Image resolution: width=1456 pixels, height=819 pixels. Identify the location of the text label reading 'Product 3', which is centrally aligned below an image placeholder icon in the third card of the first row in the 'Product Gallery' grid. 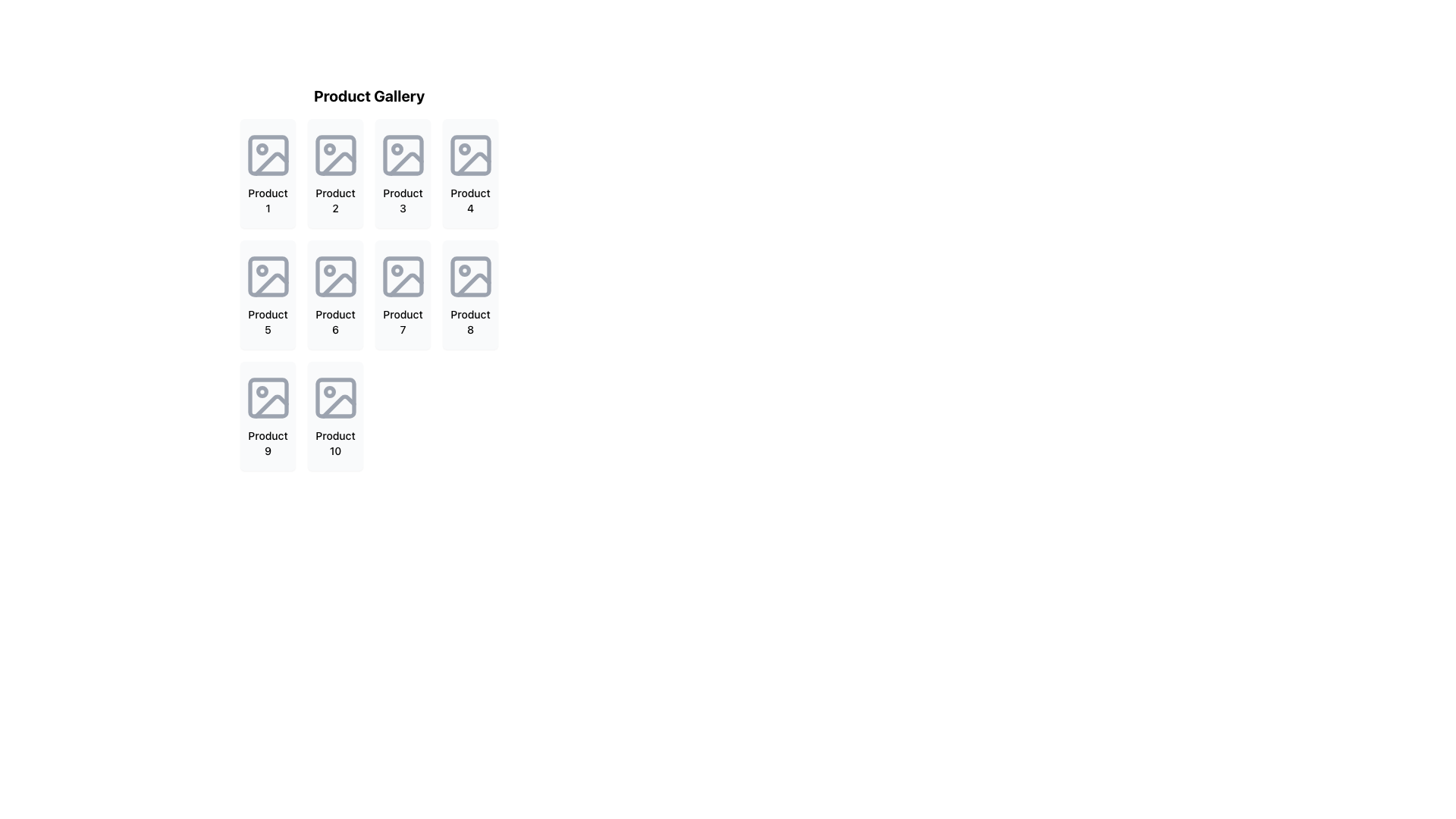
(403, 200).